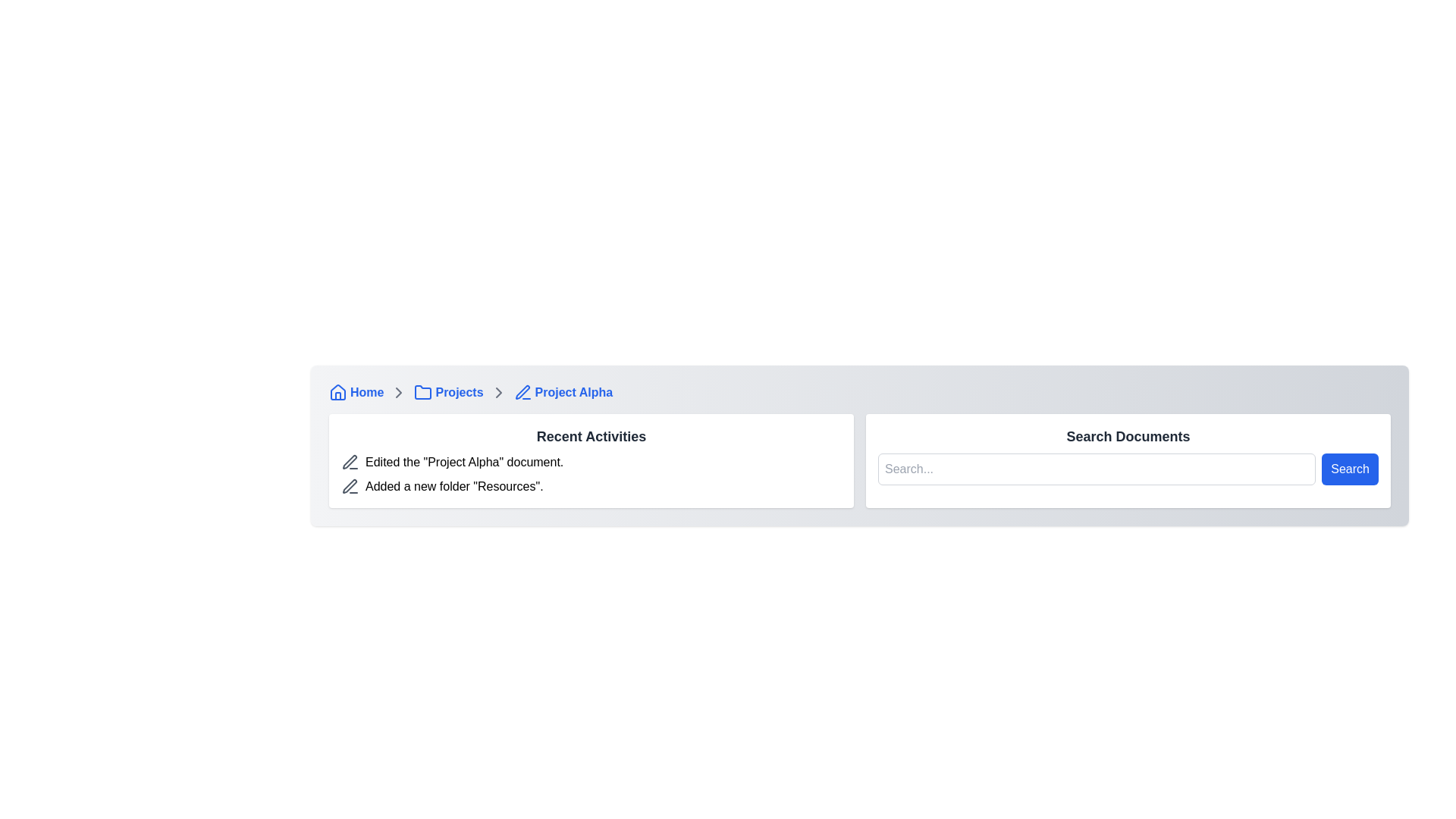 This screenshot has width=1456, height=819. What do you see at coordinates (399, 391) in the screenshot?
I see `the right-facing chevron icon in the breadcrumb navigation bar, which is styled with a thin gray outline and indicates forward navigation` at bounding box center [399, 391].